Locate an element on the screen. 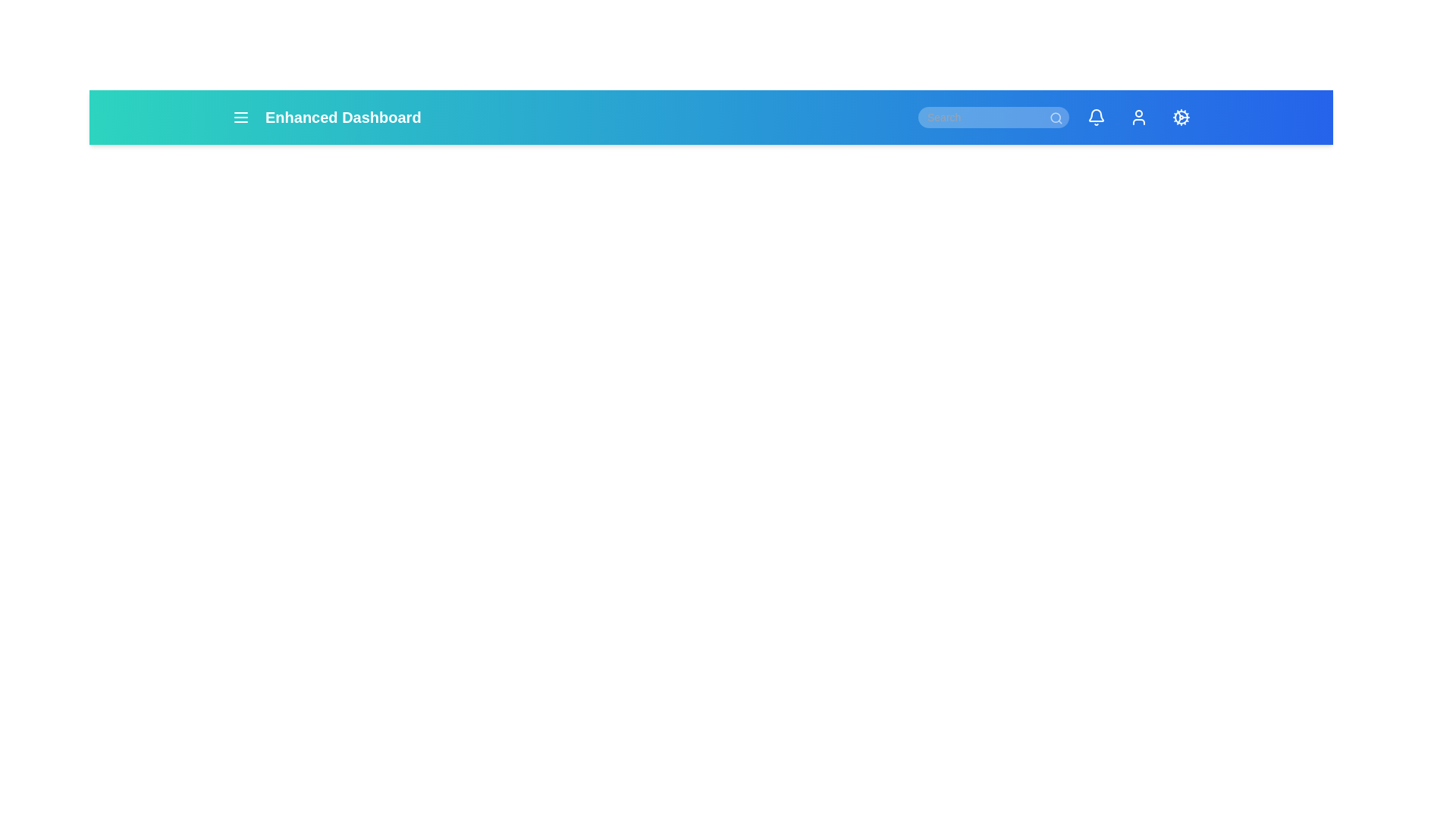 The image size is (1456, 819). the bell icon to view notifications is located at coordinates (1096, 116).